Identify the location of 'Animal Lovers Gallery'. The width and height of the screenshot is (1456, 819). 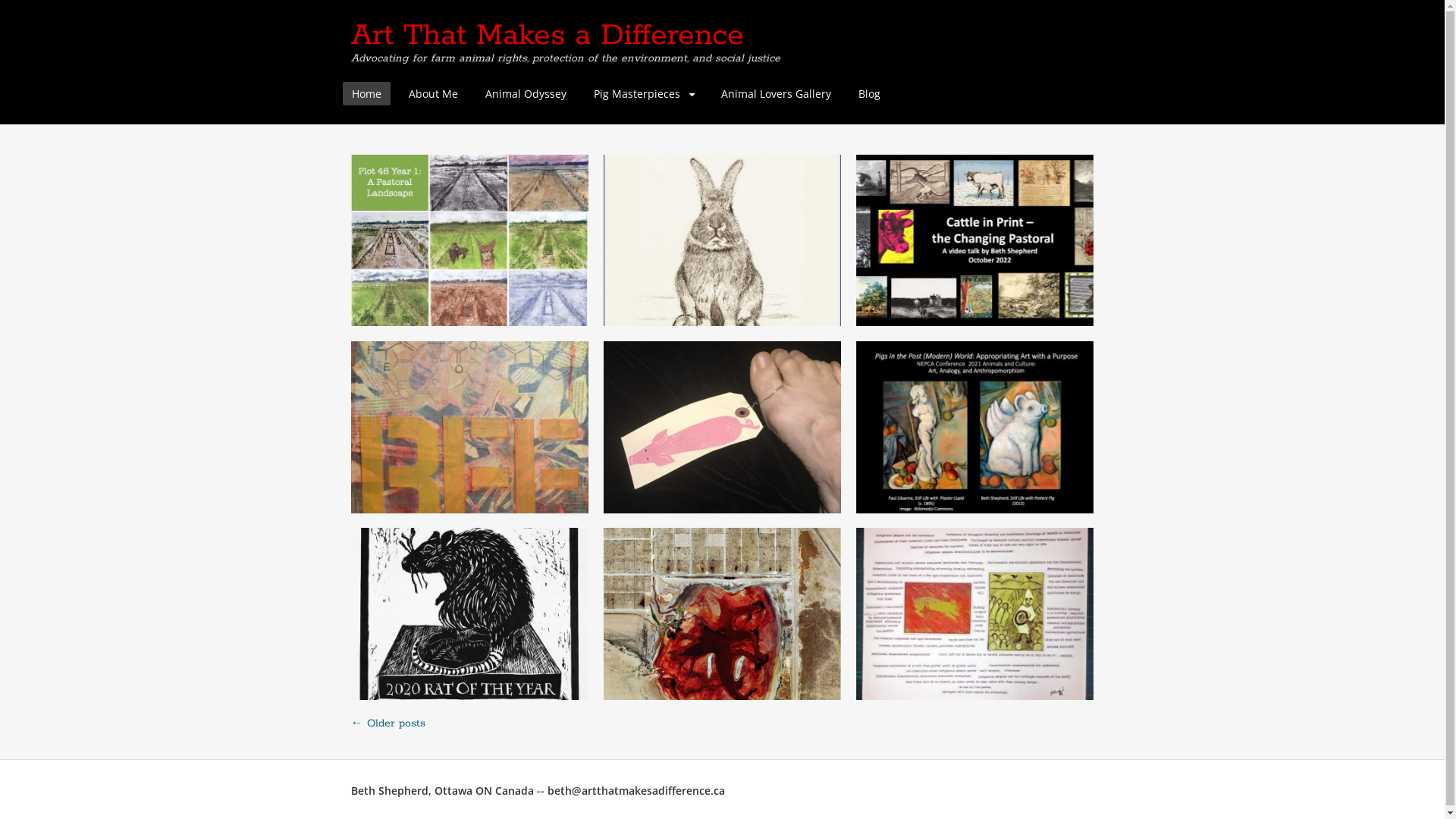
(710, 93).